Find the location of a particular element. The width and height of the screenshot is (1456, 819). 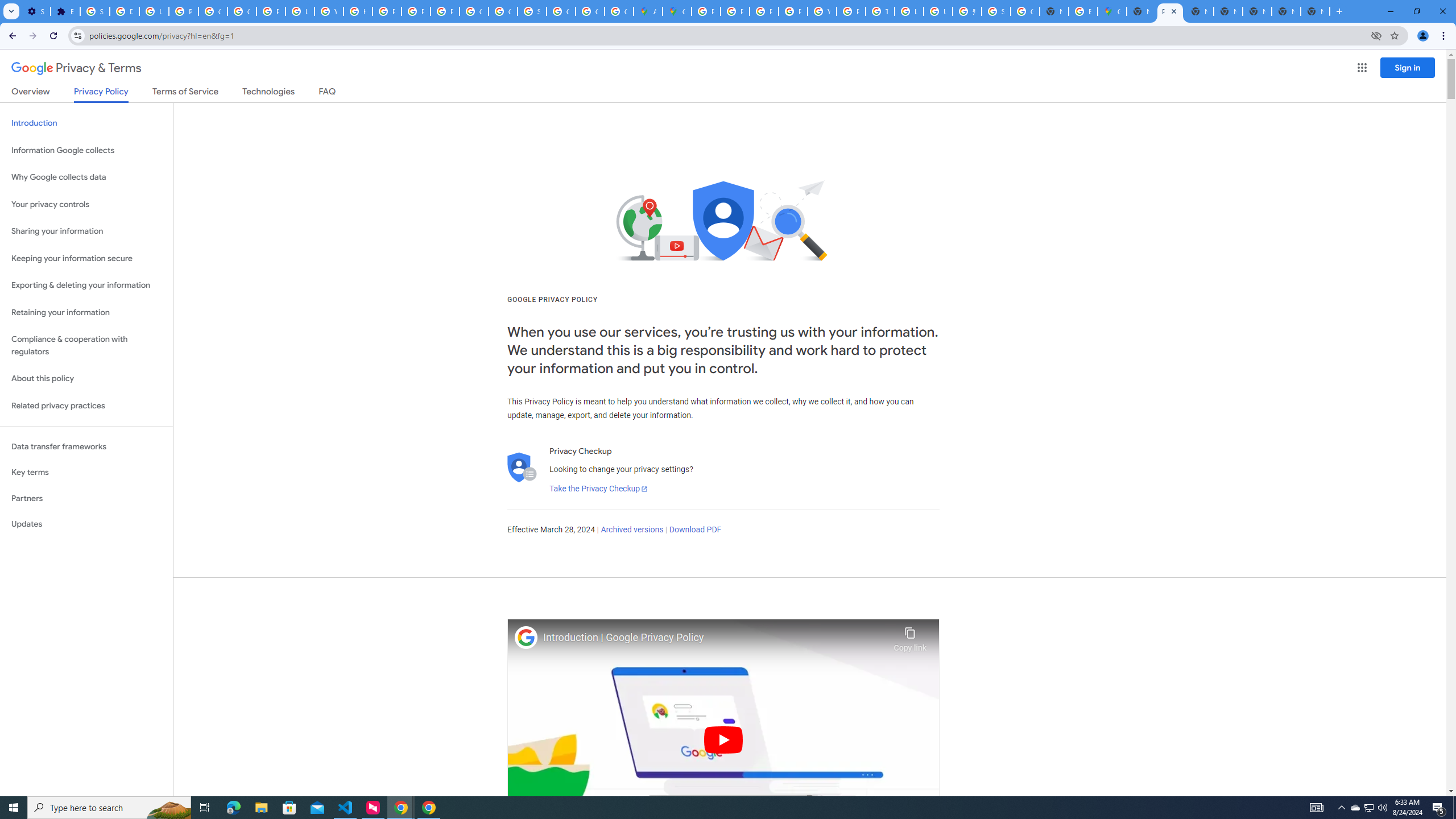

'New Tab' is located at coordinates (1314, 11).